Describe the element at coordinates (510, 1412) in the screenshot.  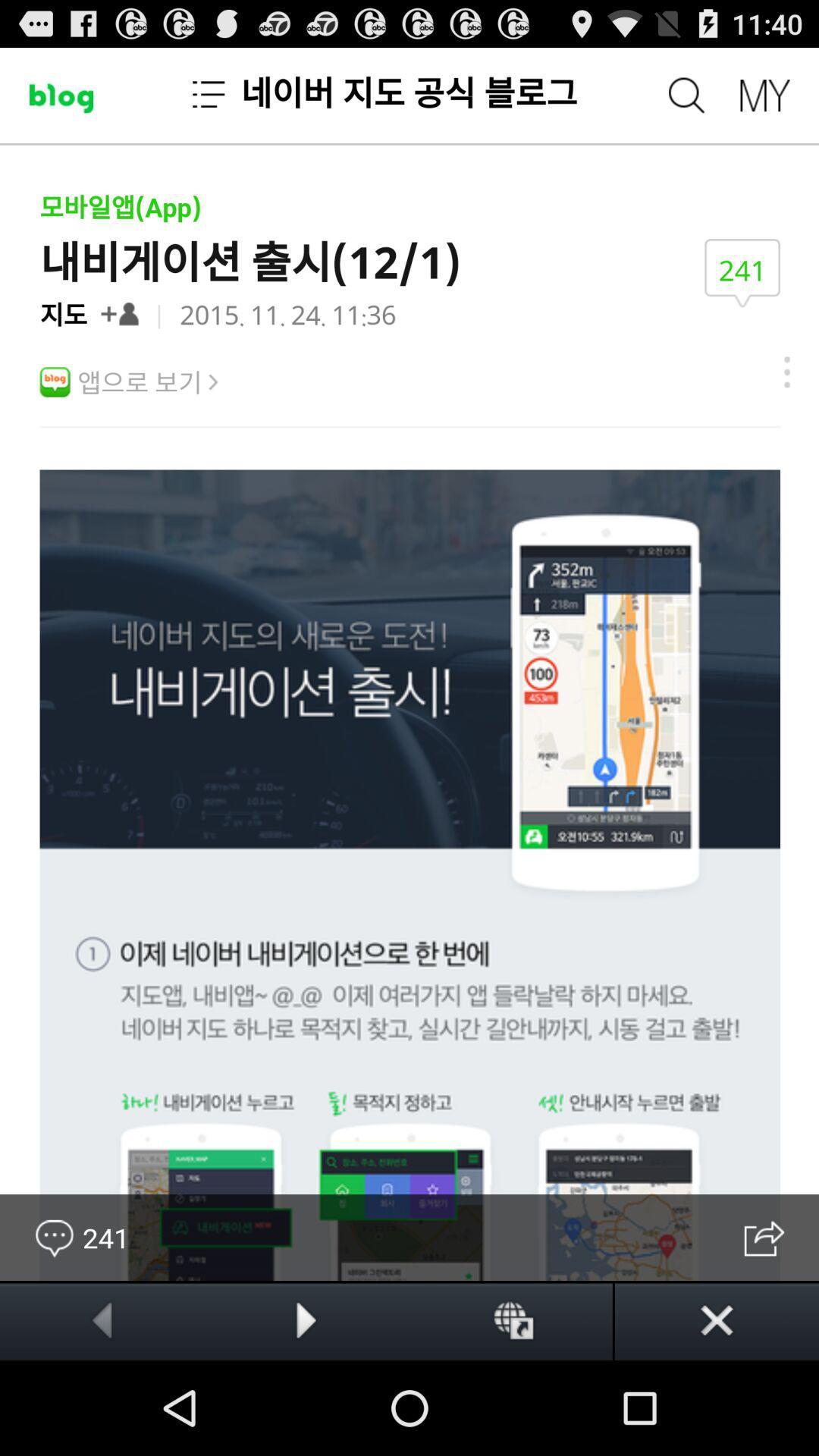
I see `the globe icon` at that location.